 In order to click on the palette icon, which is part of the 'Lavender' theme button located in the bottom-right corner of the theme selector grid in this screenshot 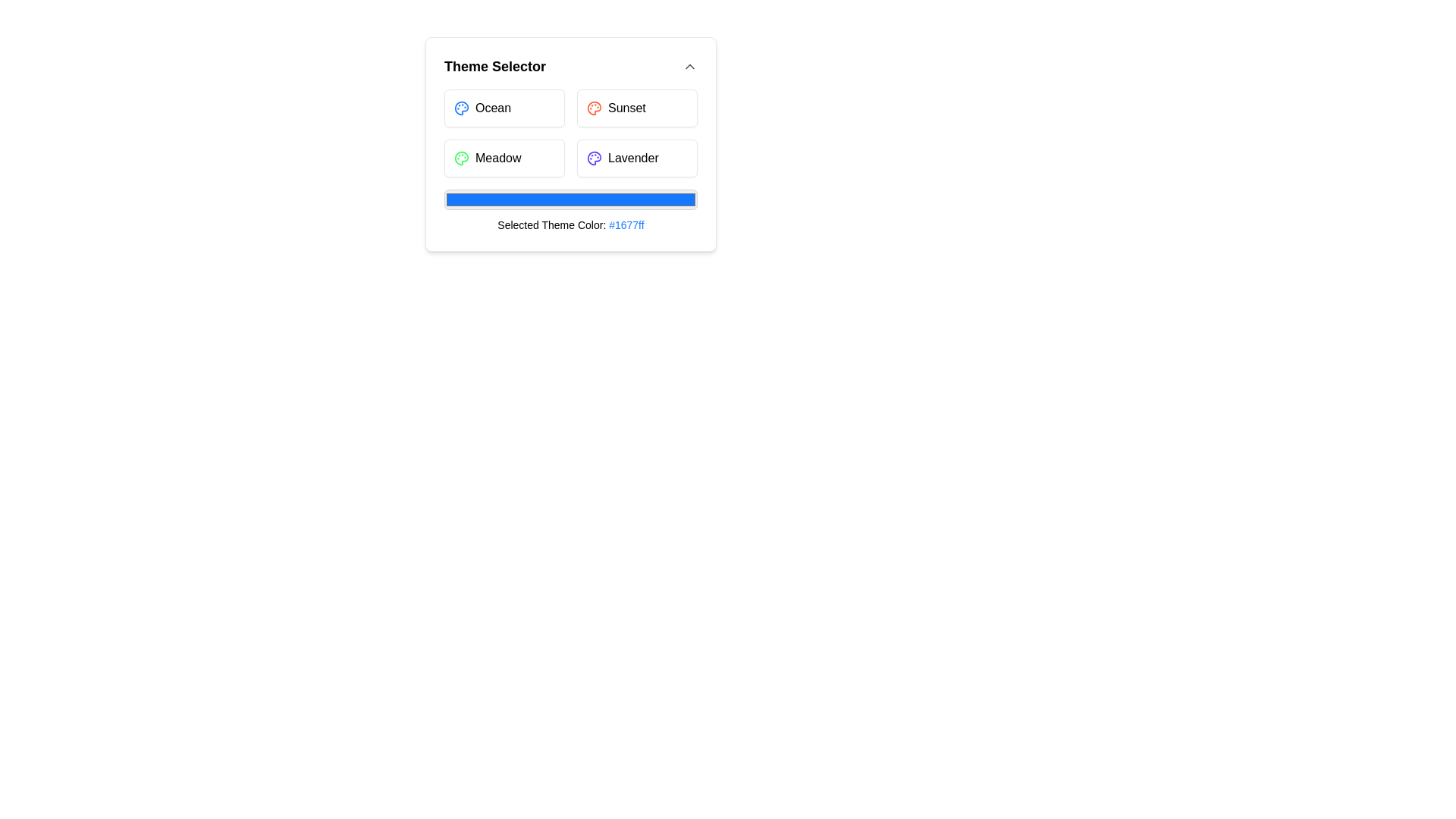, I will do `click(593, 158)`.